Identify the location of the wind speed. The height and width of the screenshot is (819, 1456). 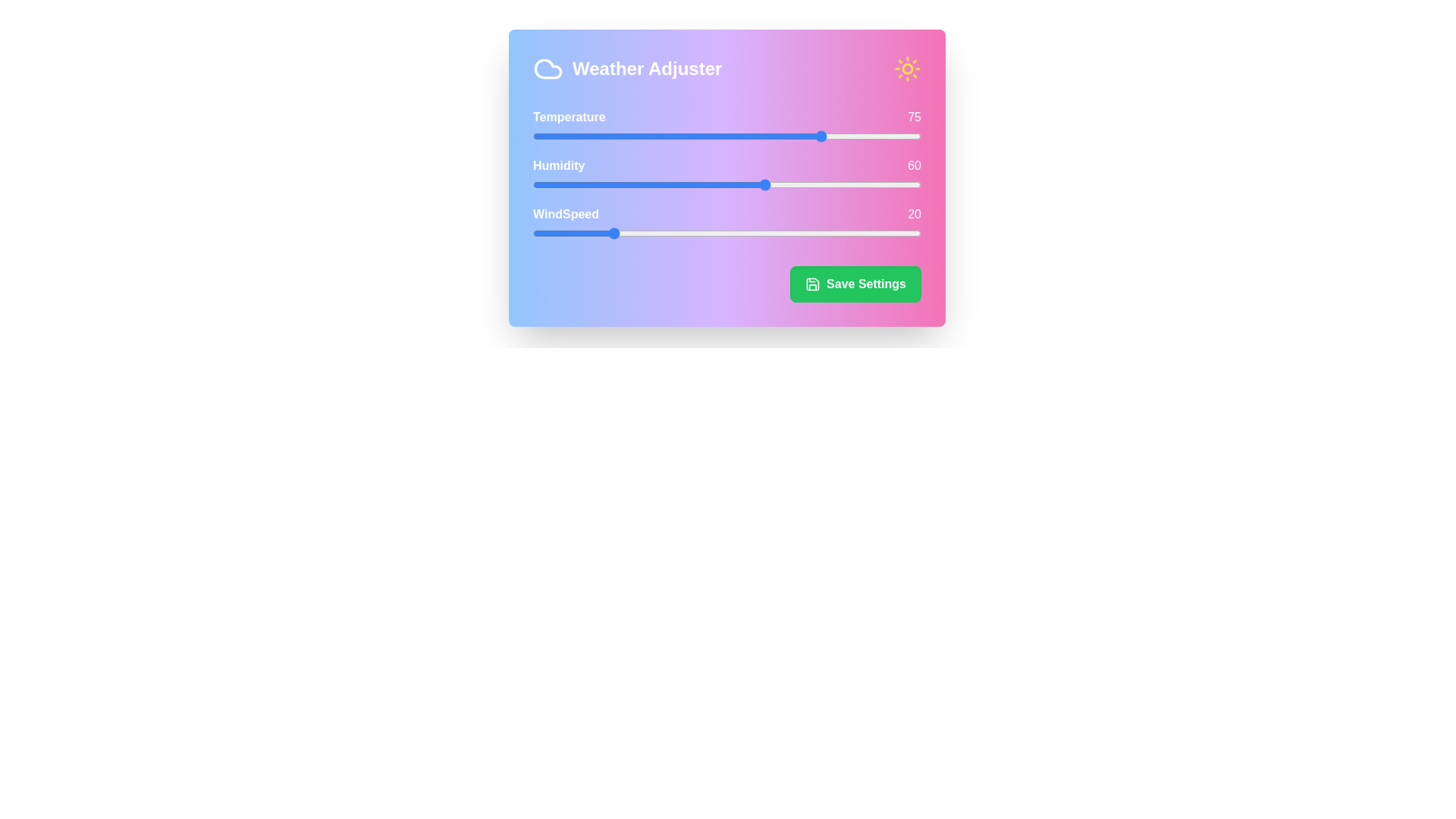
(649, 234).